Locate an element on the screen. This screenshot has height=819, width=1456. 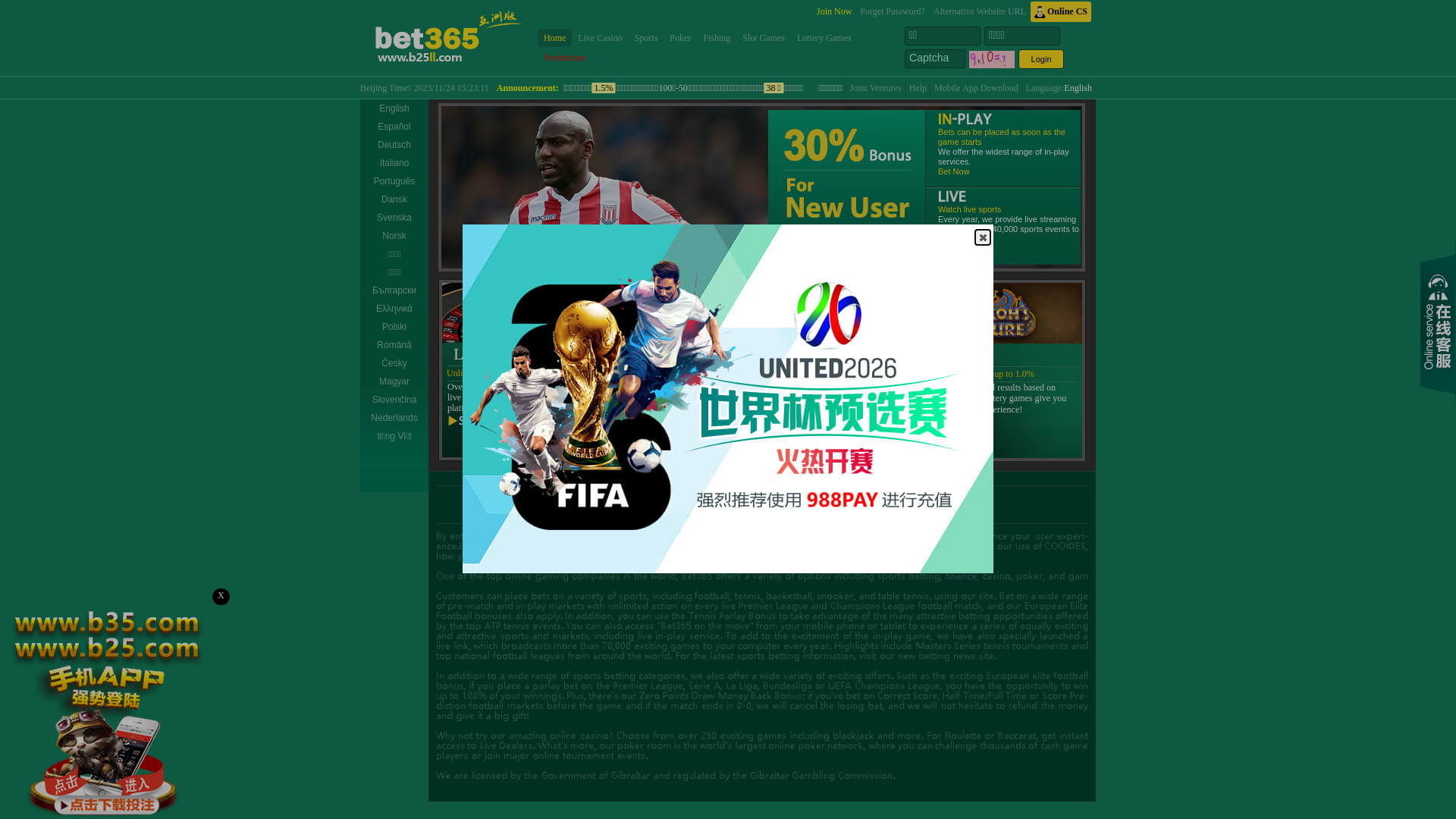
'Mobile App Download' is located at coordinates (934, 87).